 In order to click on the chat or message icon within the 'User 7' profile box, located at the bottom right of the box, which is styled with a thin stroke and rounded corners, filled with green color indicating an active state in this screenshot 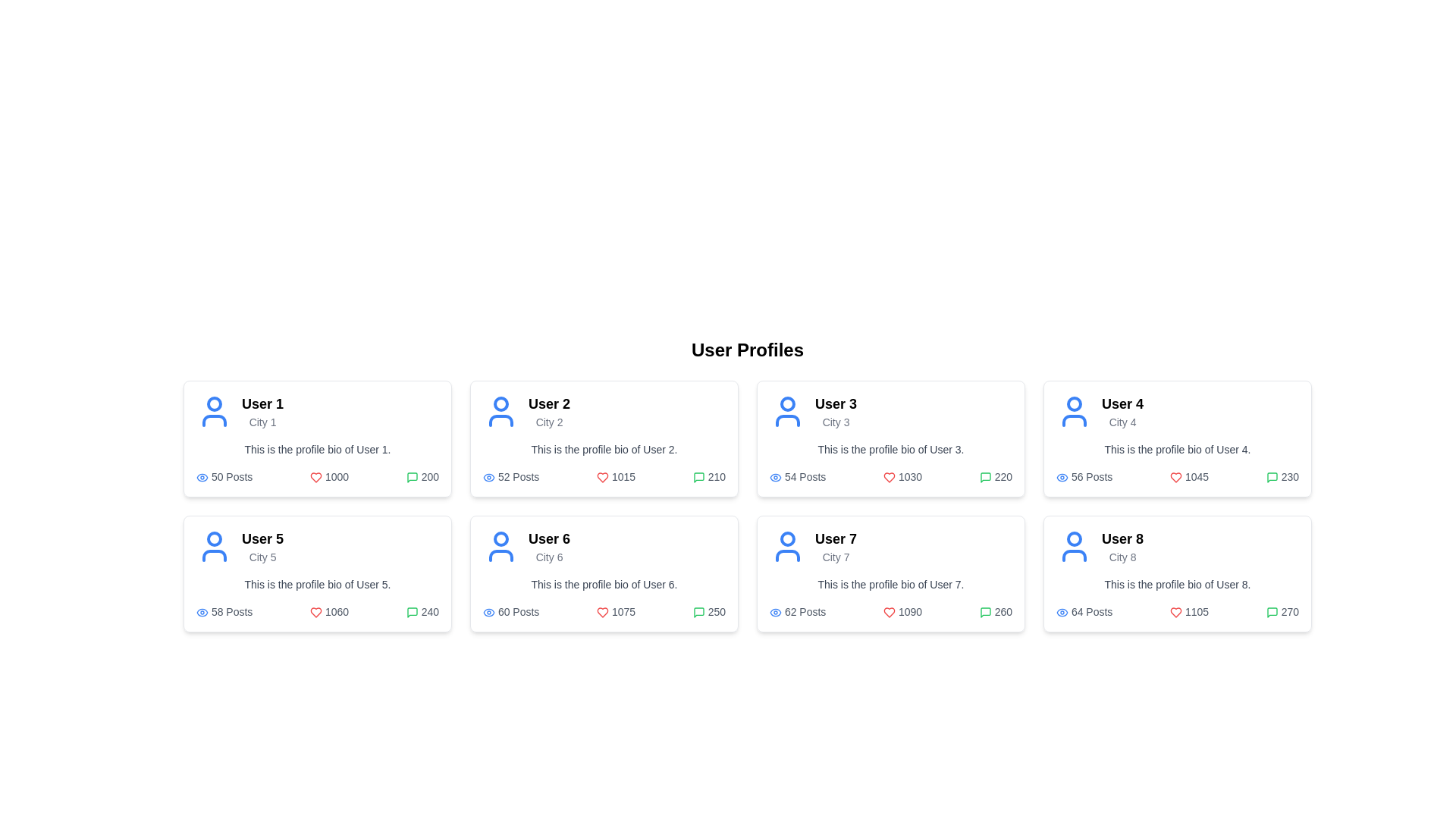, I will do `click(985, 612)`.